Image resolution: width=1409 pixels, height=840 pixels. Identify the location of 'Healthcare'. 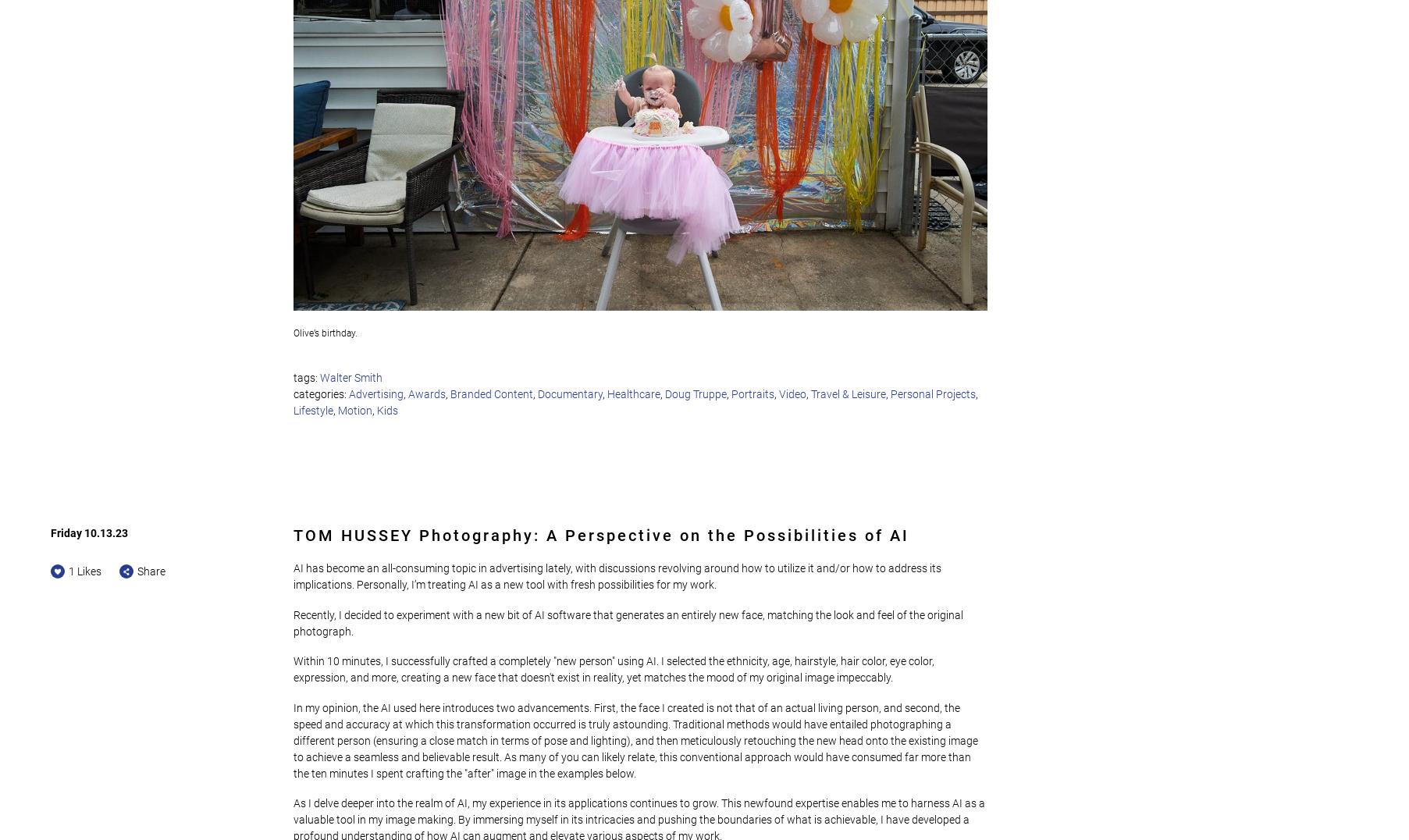
(634, 393).